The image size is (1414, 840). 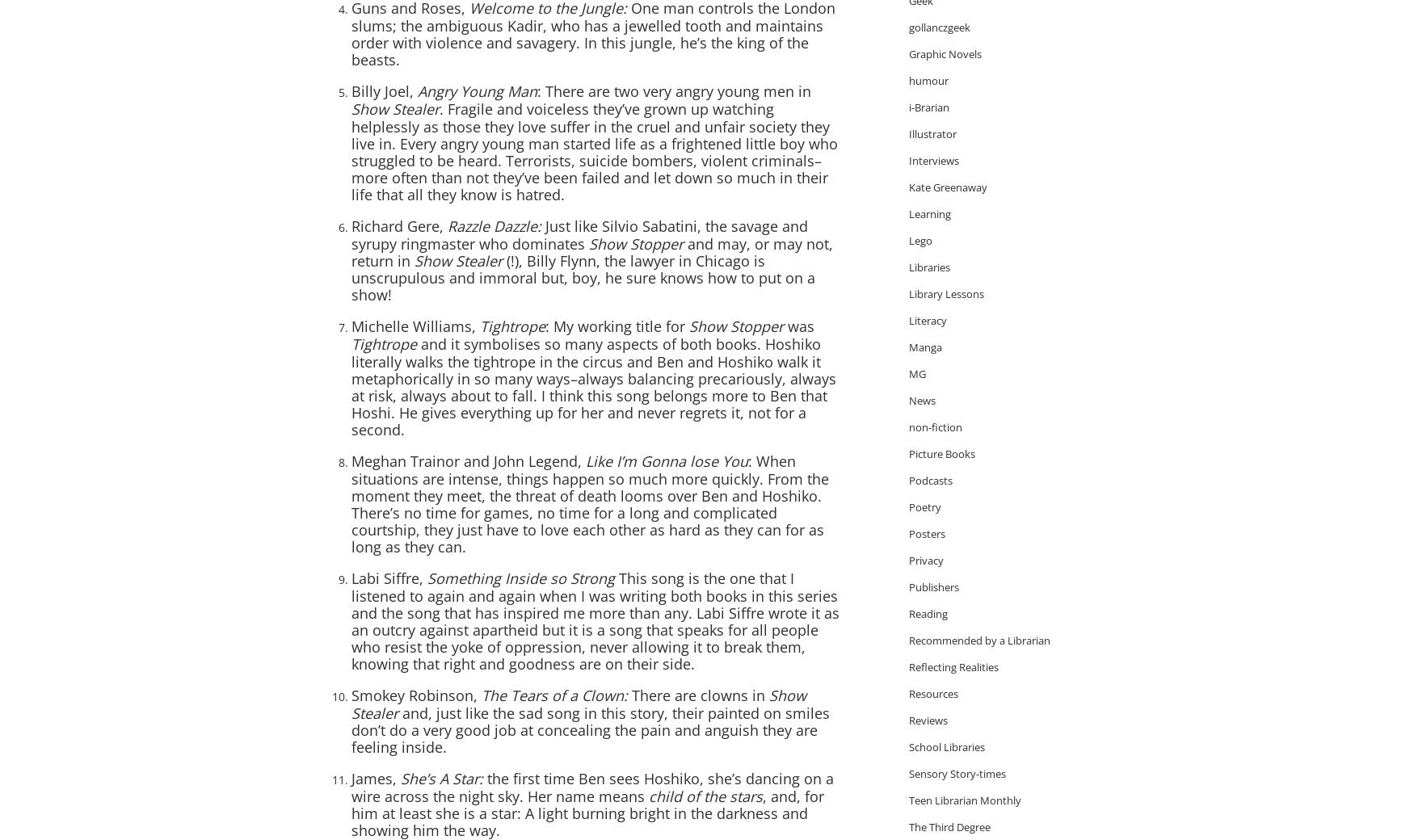 What do you see at coordinates (427, 578) in the screenshot?
I see `'Something Inside so Strong'` at bounding box center [427, 578].